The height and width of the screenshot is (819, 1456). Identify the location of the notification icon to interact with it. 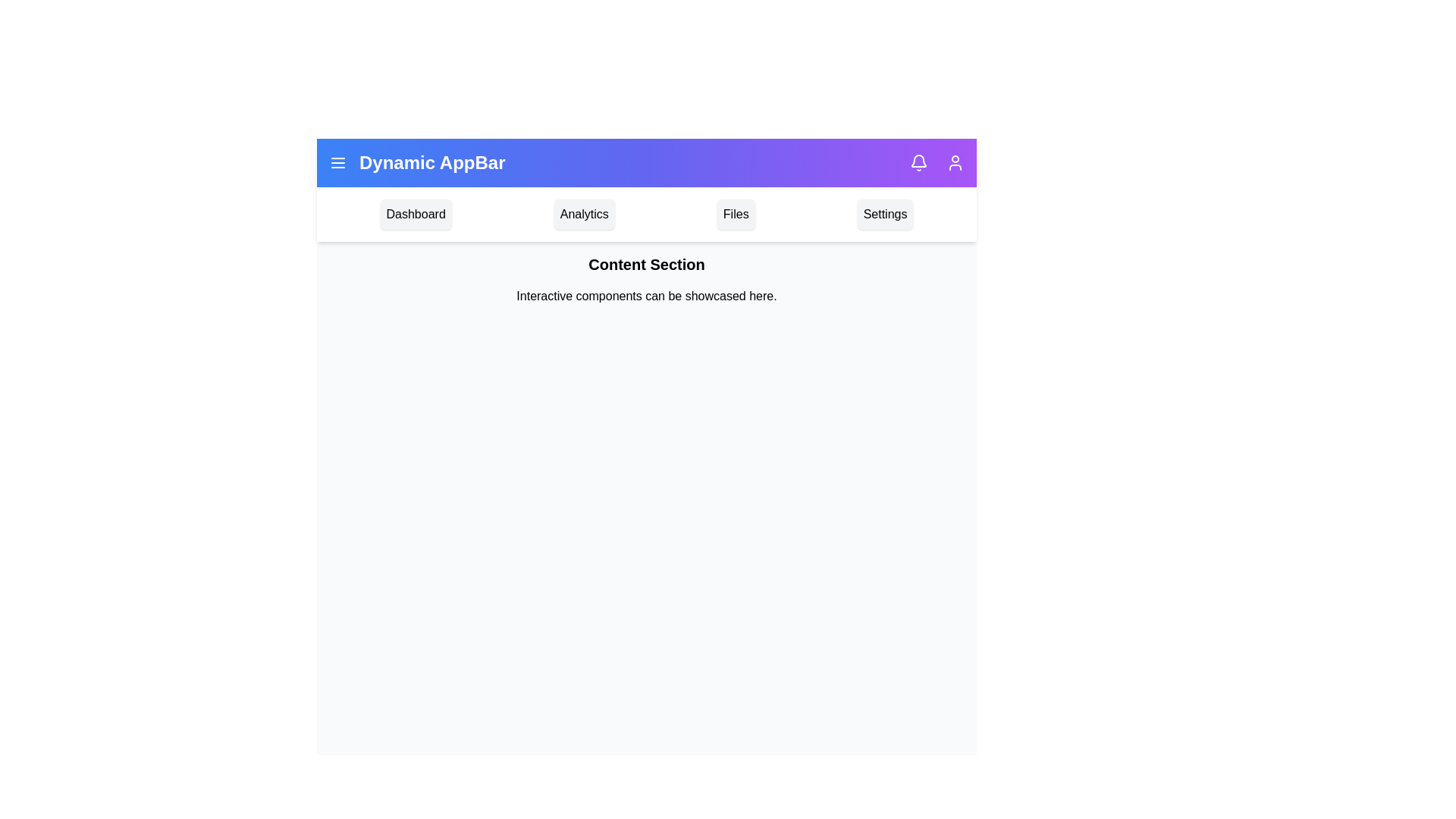
(918, 163).